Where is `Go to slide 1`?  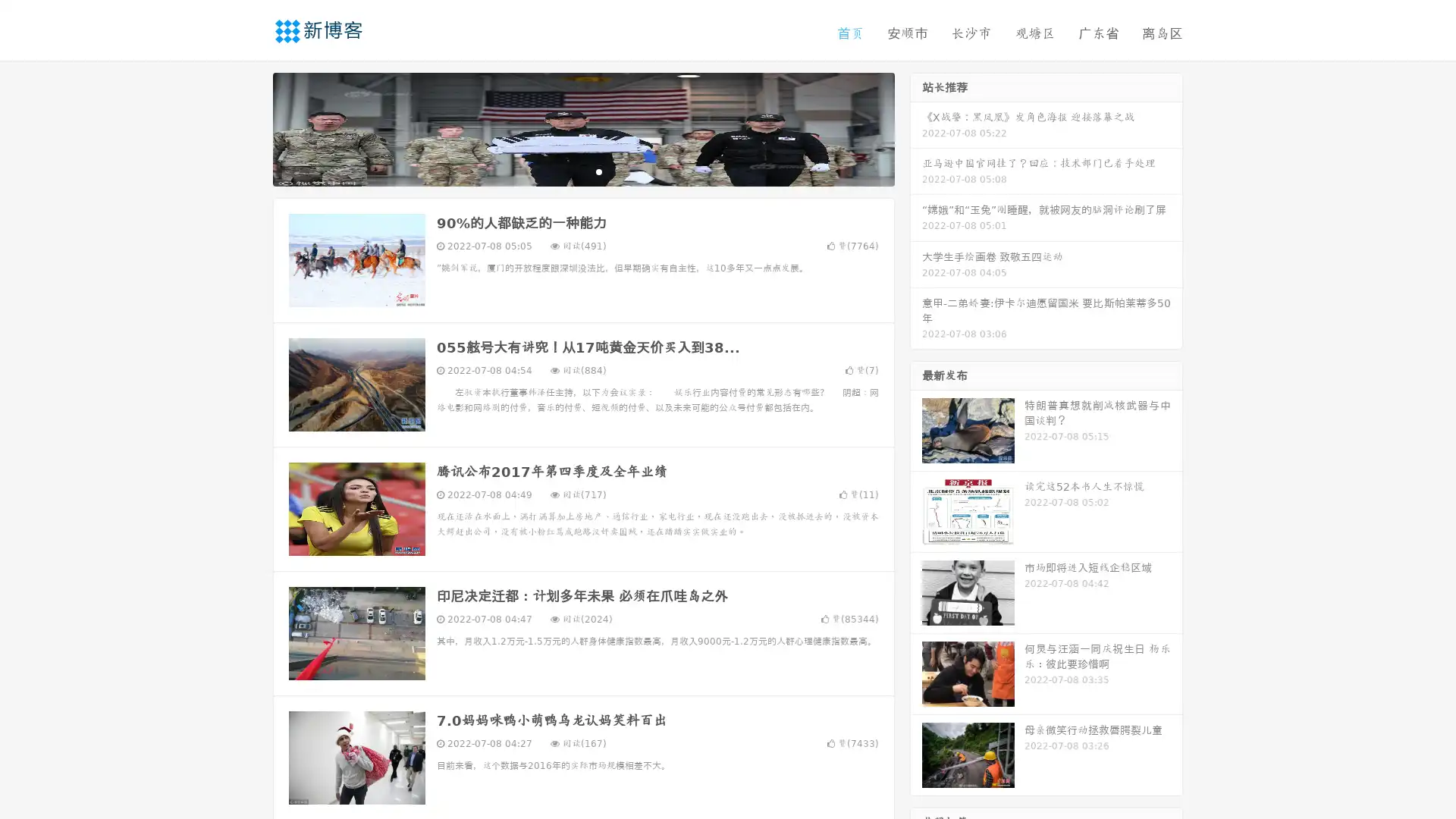
Go to slide 1 is located at coordinates (567, 171).